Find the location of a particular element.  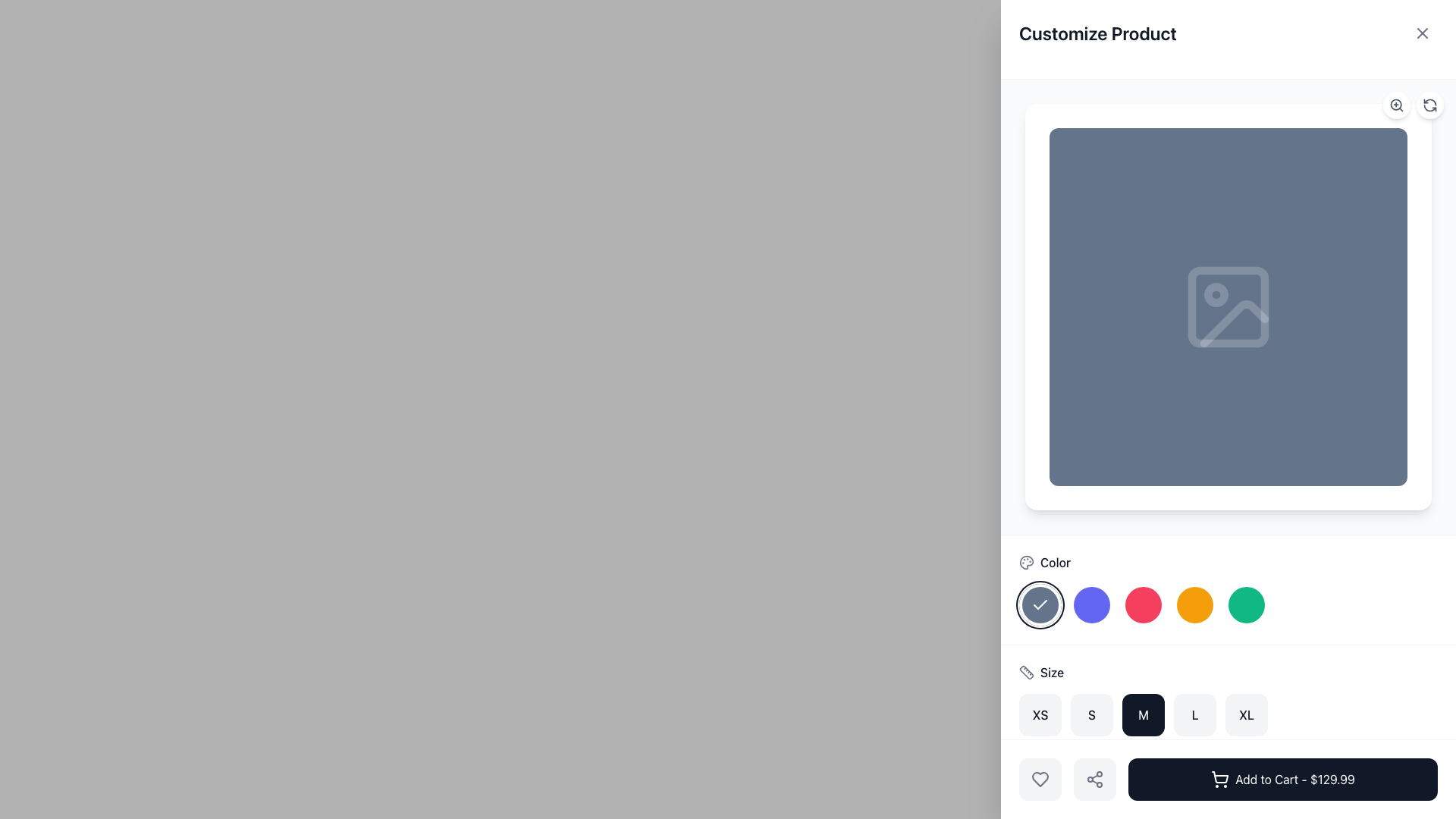

the circular button with a slate gray background and a white checkmark icon is located at coordinates (1040, 604).